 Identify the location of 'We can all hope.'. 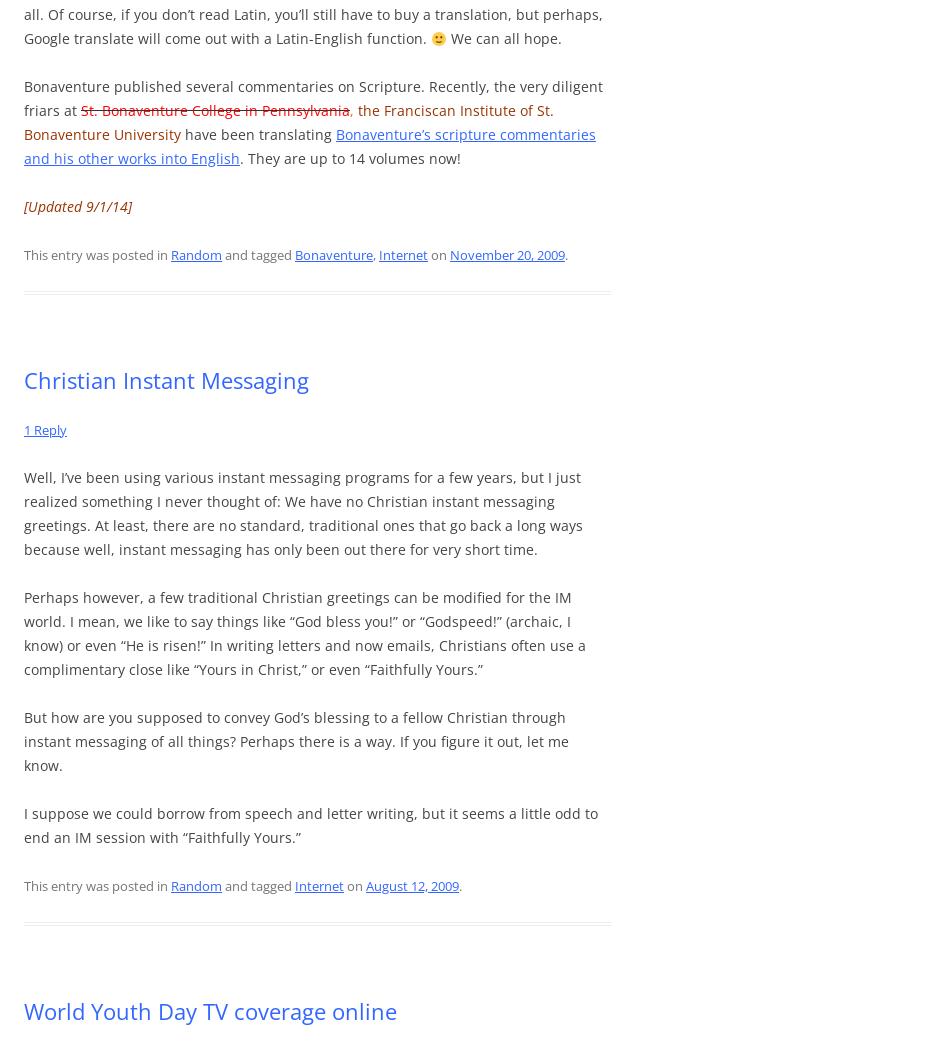
(503, 37).